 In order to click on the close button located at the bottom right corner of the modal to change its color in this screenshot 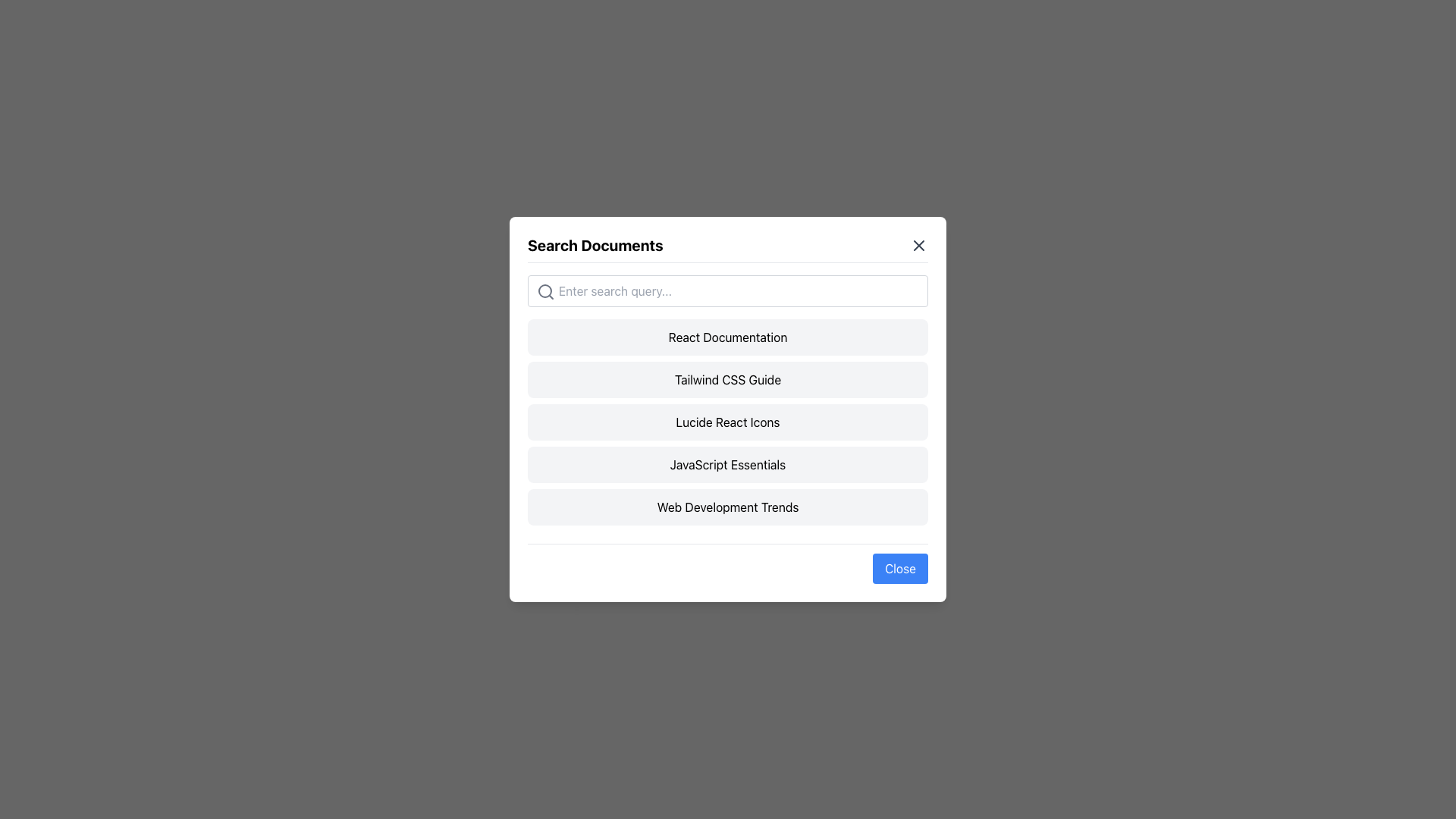, I will do `click(900, 568)`.